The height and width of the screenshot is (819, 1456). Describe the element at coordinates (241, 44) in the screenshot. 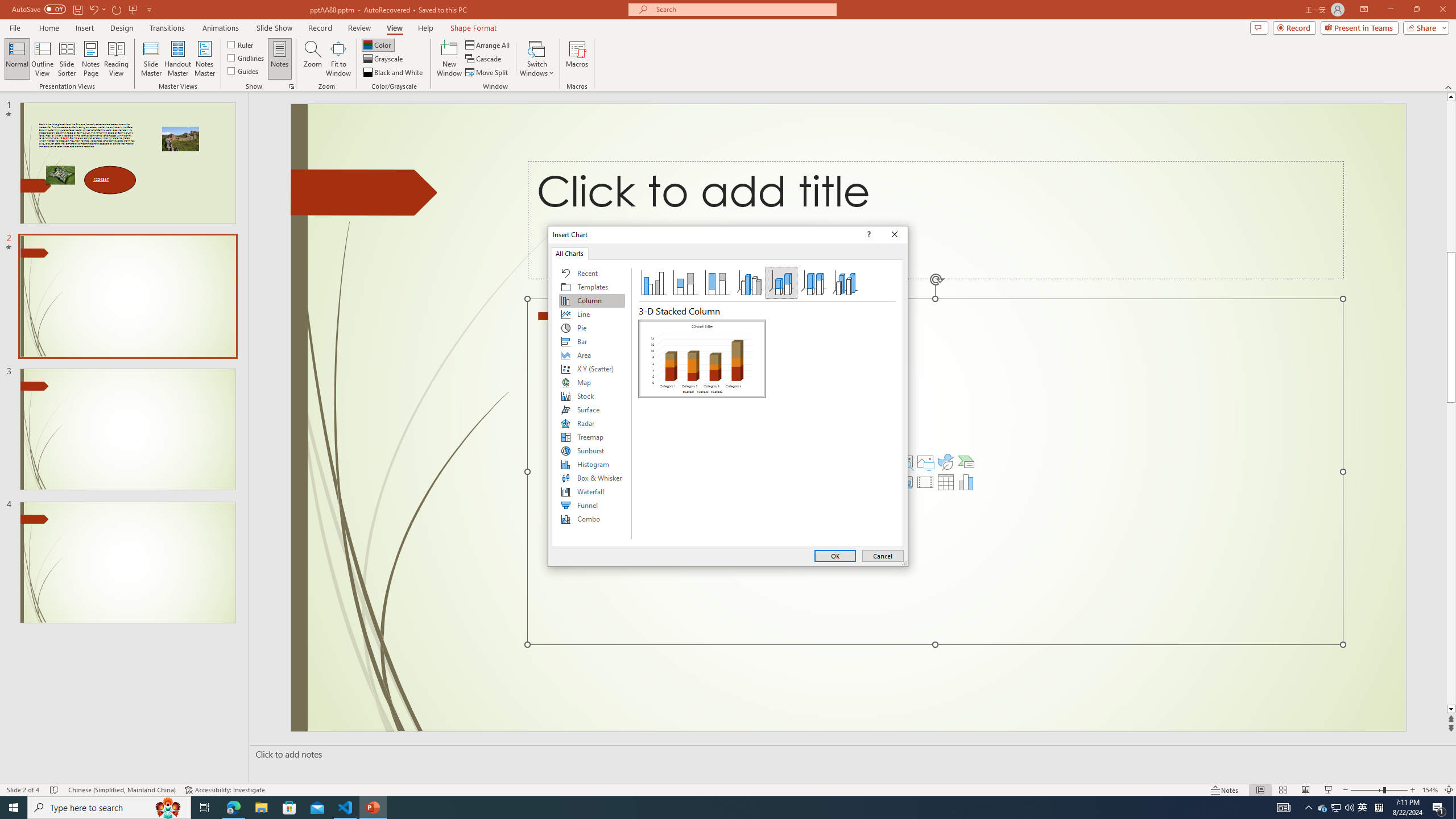

I see `'Ruler'` at that location.